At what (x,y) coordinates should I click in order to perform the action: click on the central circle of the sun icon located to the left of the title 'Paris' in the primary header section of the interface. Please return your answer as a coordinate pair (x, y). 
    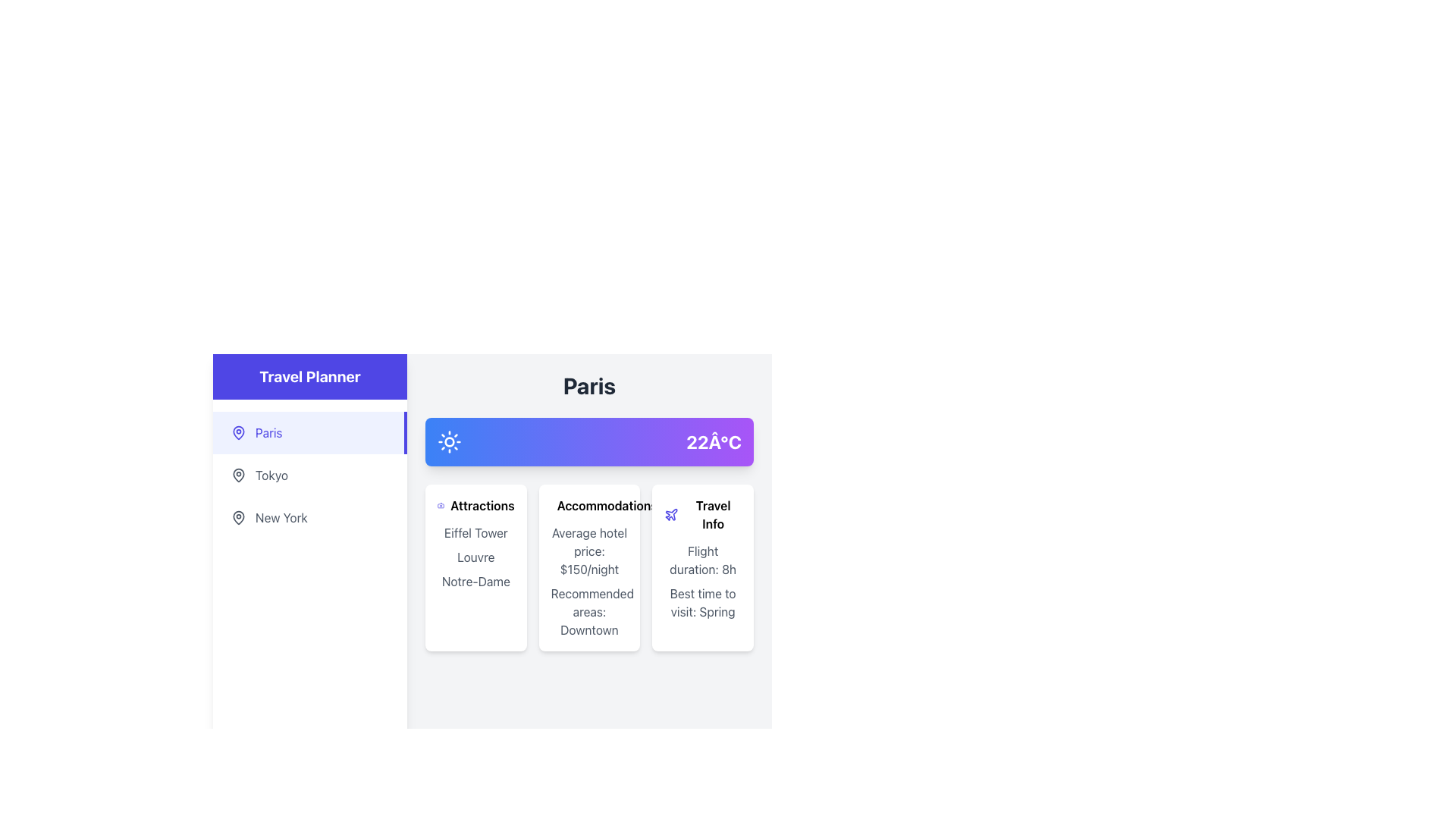
    Looking at the image, I should click on (449, 441).